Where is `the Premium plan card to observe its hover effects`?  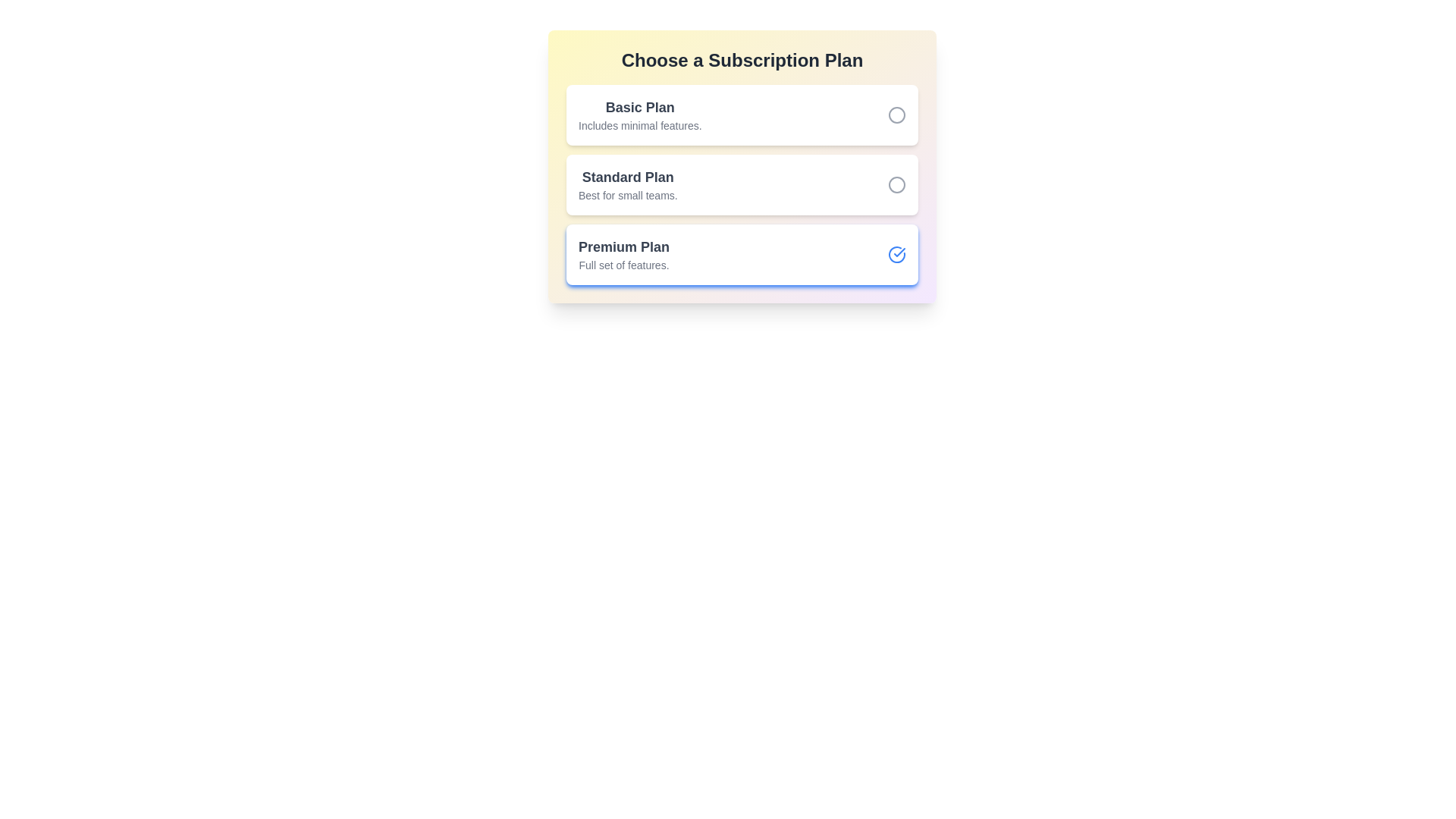
the Premium plan card to observe its hover effects is located at coordinates (742, 253).